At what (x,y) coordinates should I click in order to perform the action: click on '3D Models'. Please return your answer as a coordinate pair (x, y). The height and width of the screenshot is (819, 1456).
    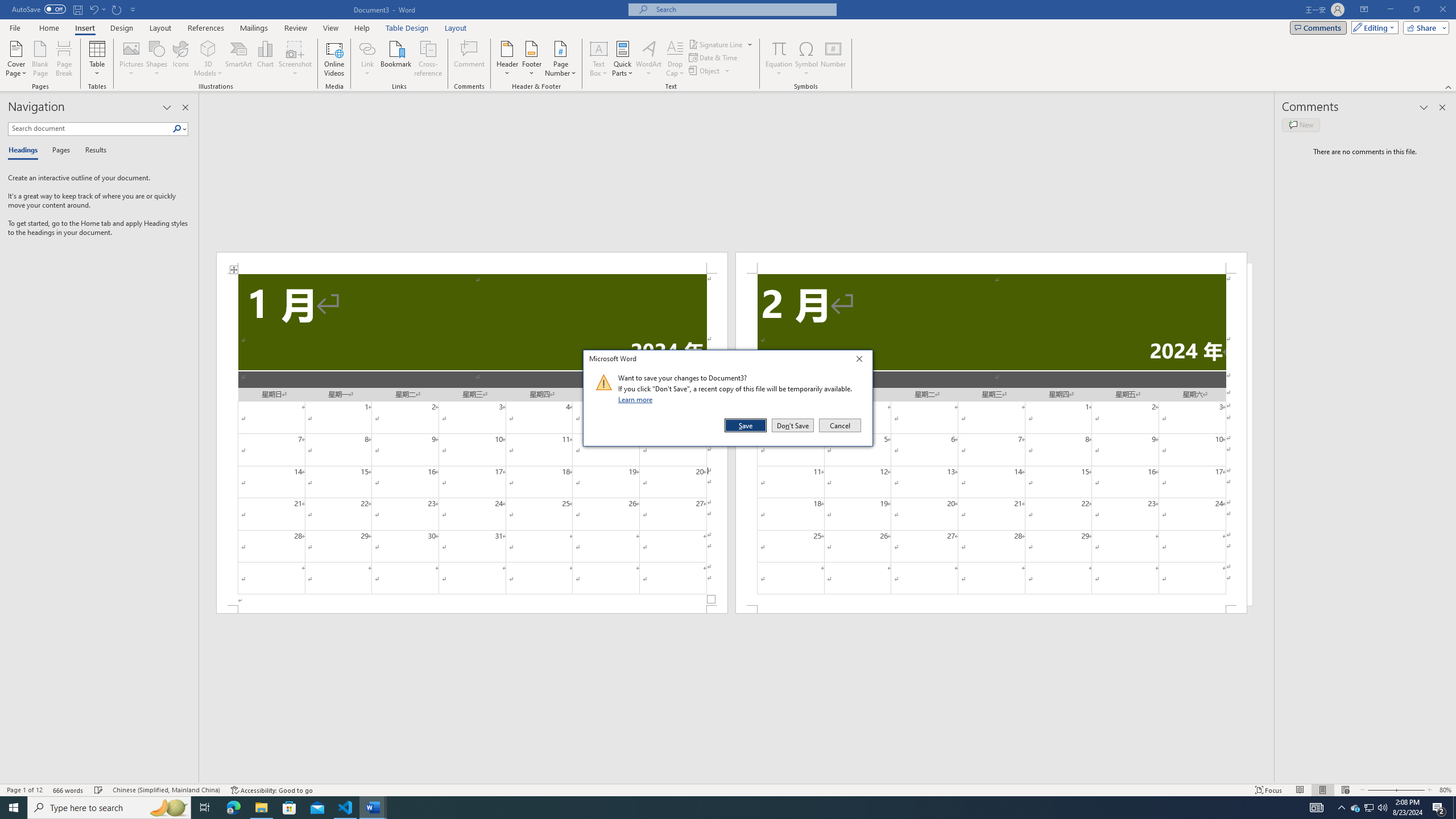
    Looking at the image, I should click on (208, 48).